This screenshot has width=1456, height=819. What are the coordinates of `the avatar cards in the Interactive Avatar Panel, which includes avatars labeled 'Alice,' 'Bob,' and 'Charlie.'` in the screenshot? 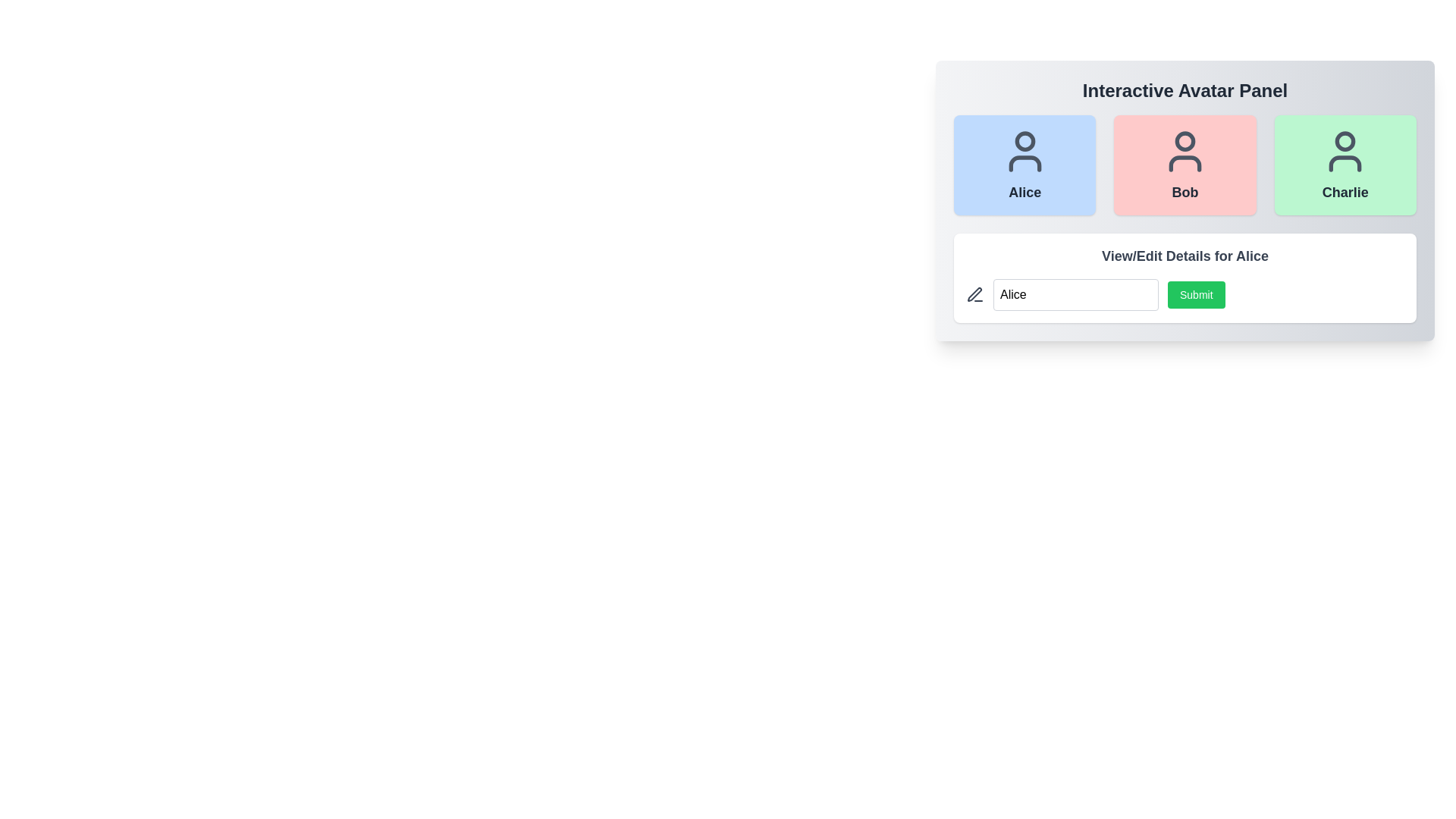 It's located at (1185, 200).